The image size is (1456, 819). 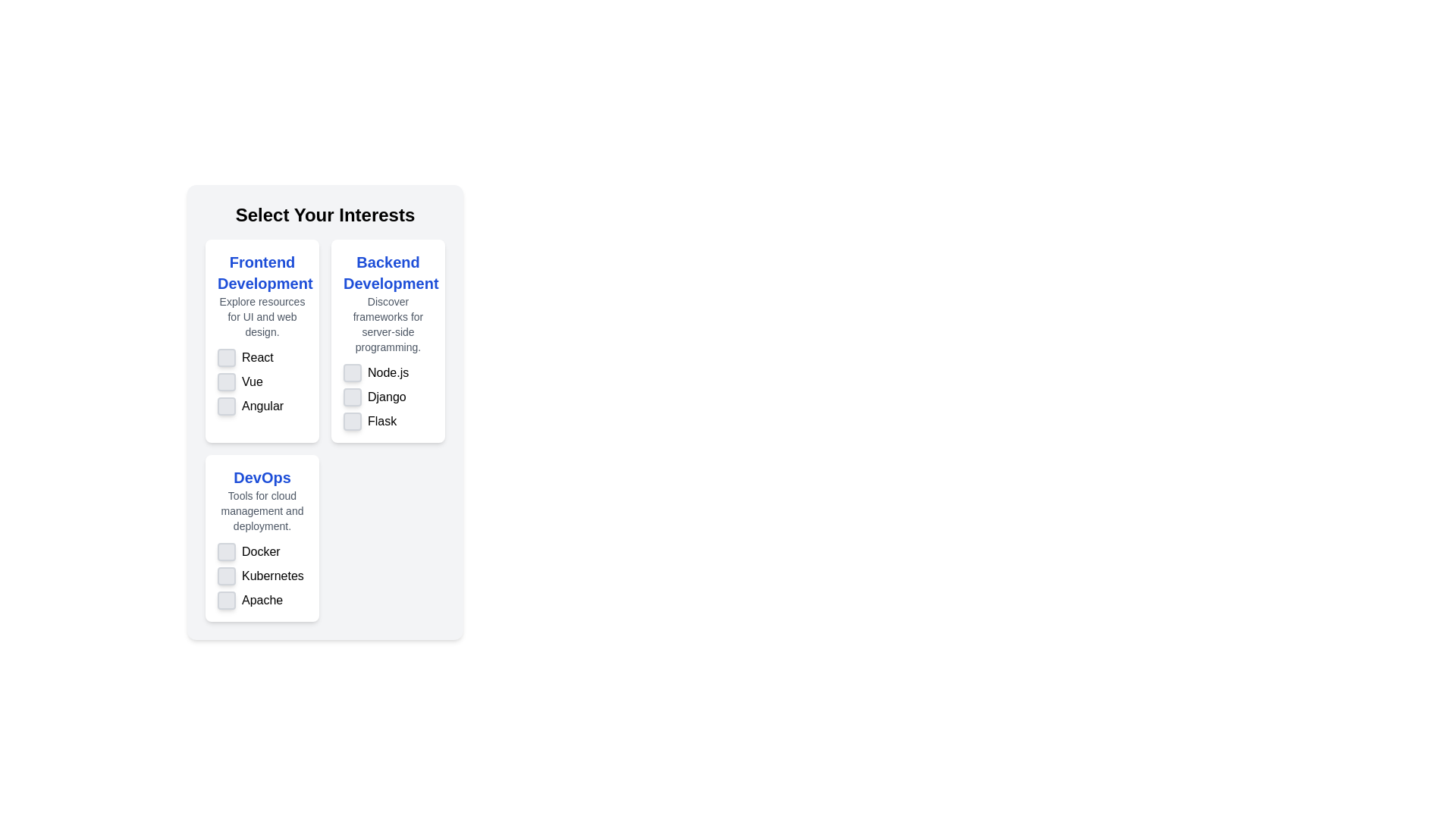 I want to click on the checkbox labeled 'Vue', so click(x=262, y=381).